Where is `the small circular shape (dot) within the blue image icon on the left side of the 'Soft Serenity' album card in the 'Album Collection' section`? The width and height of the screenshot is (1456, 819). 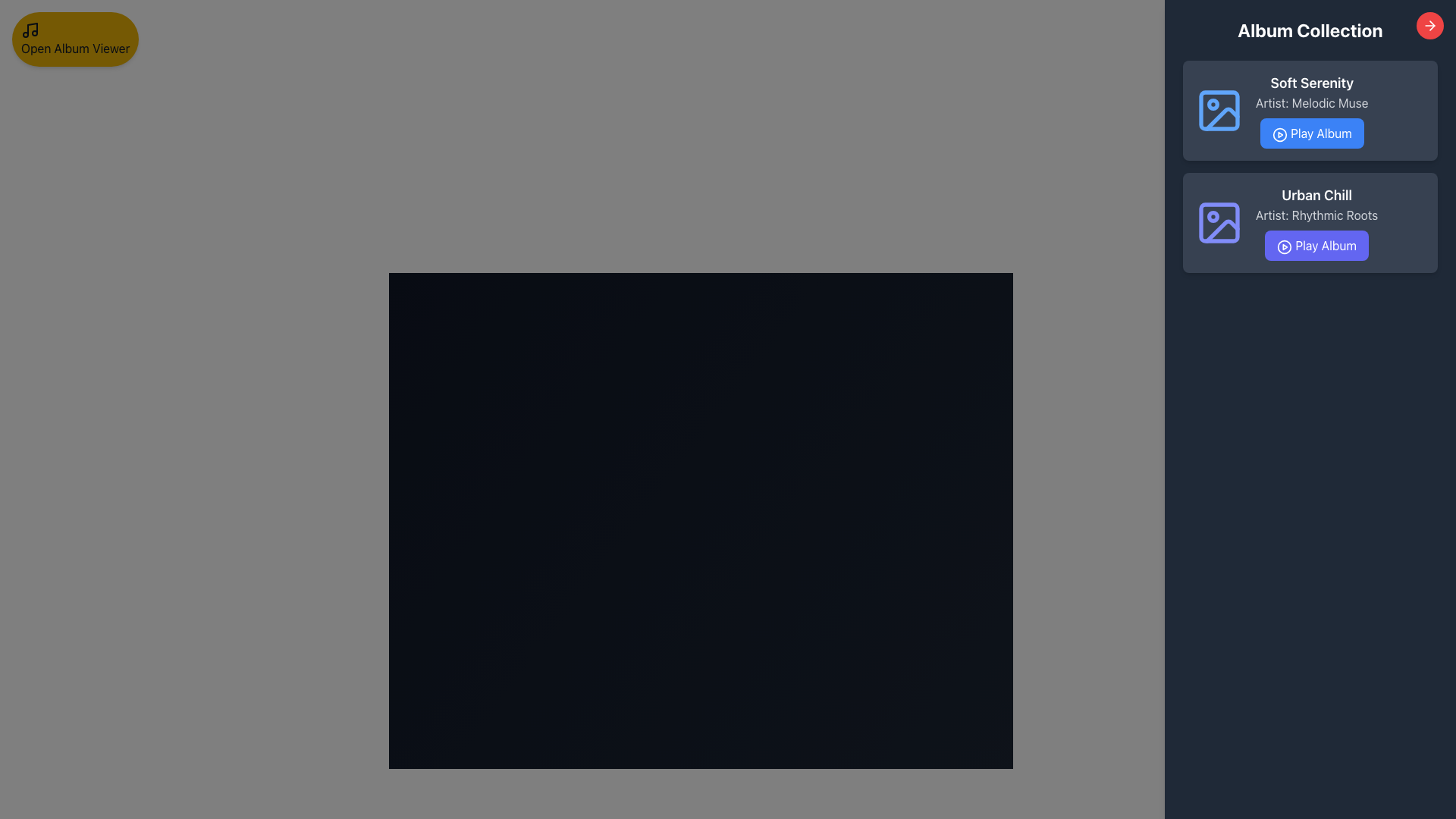
the small circular shape (dot) within the blue image icon on the left side of the 'Soft Serenity' album card in the 'Album Collection' section is located at coordinates (1212, 104).